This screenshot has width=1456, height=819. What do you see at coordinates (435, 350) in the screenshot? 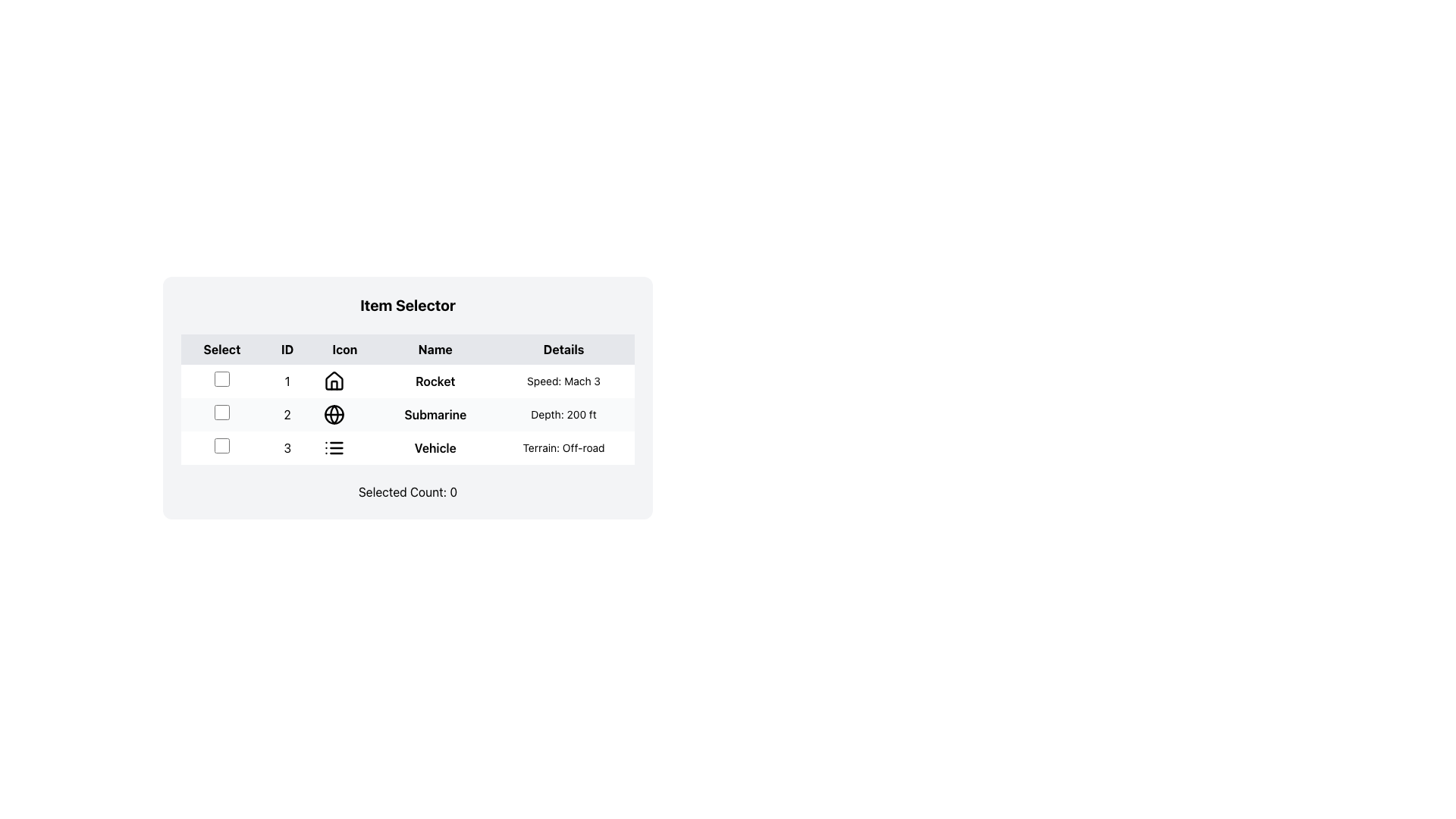
I see `the 'Name' text label in the header row of the table, which is the fourth header with a grey background and black bold text` at bounding box center [435, 350].